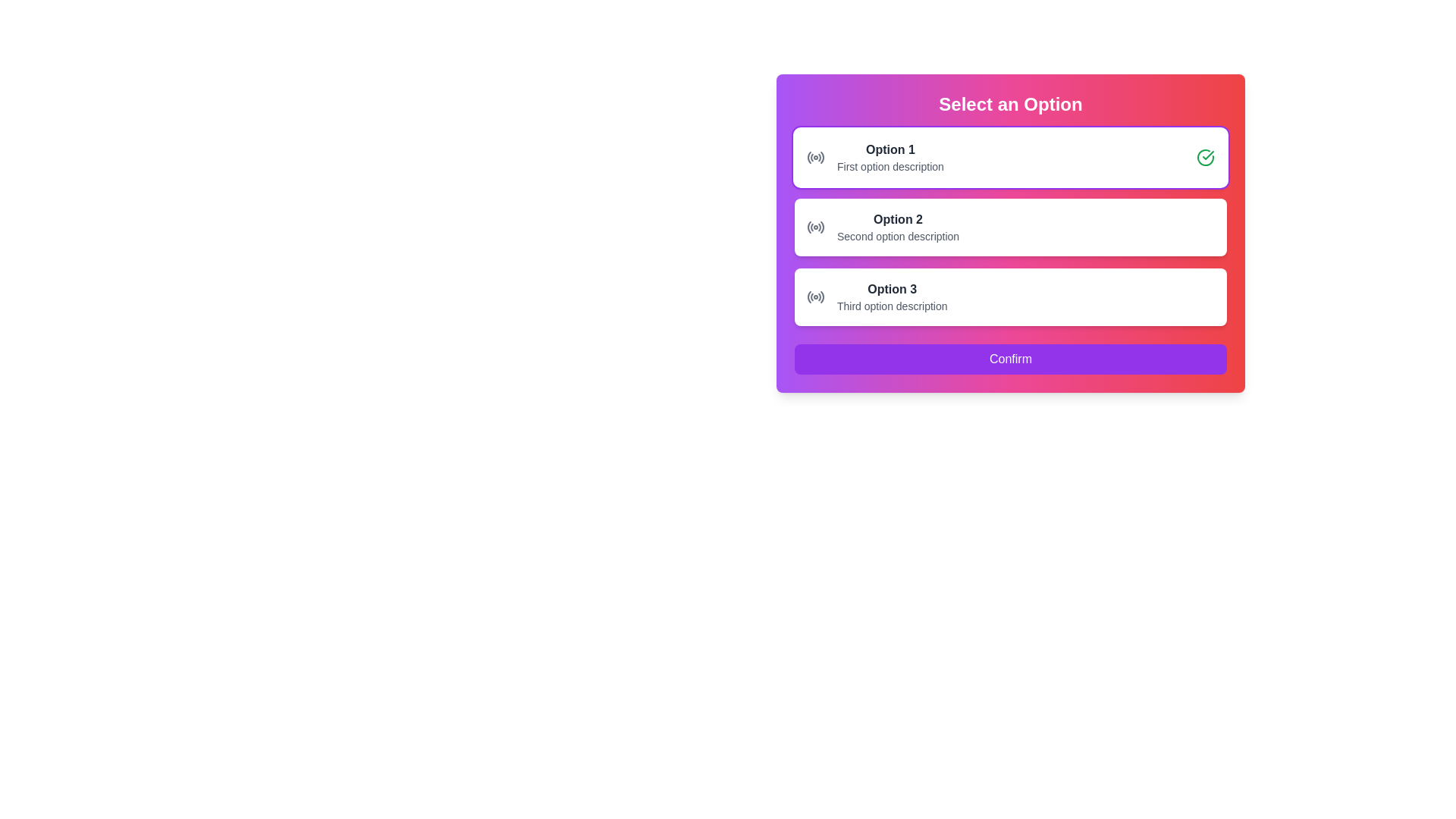 The image size is (1456, 819). Describe the element at coordinates (1011, 297) in the screenshot. I see `the third selectable option card in the vertical list` at that location.